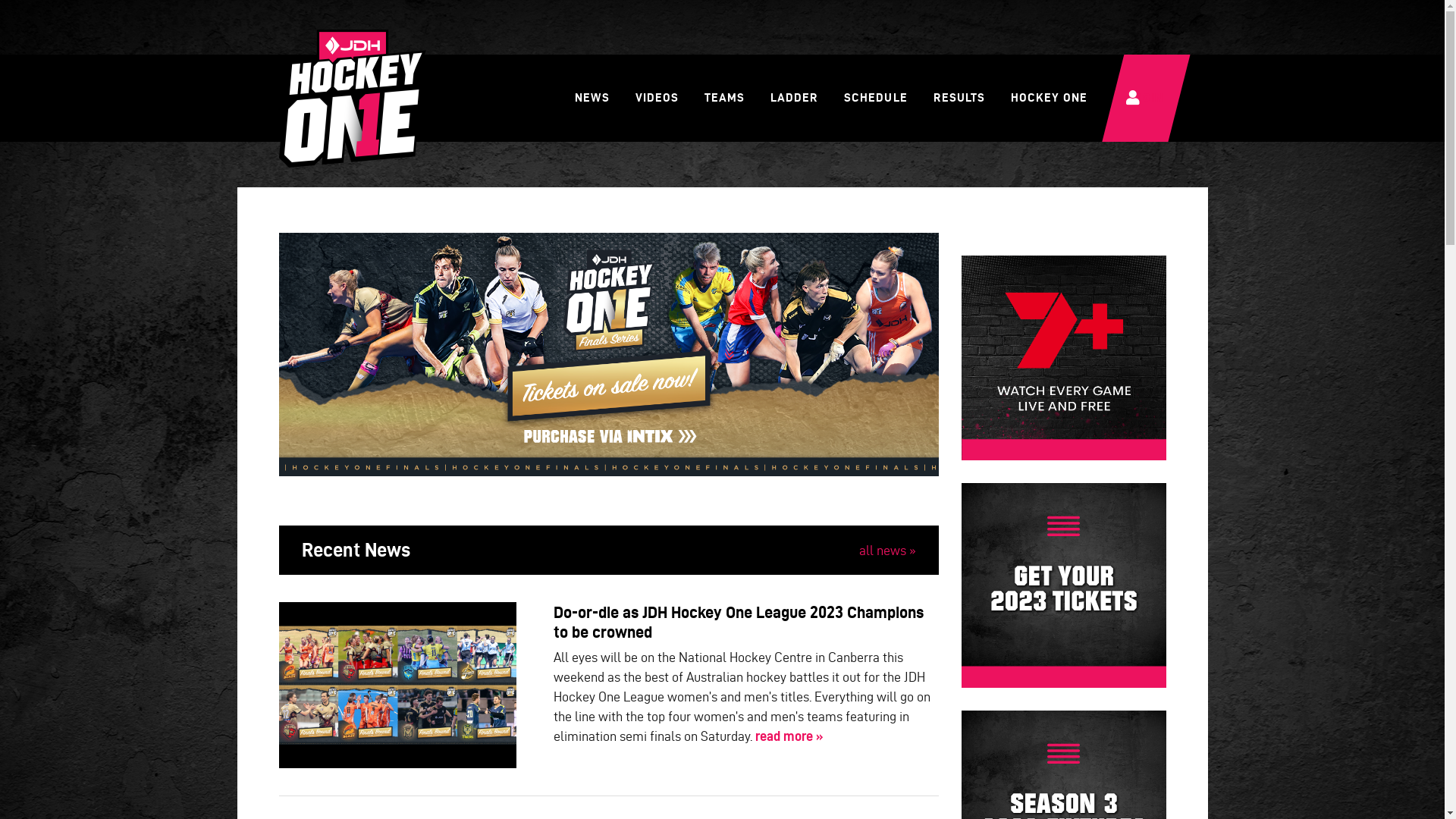 Image resolution: width=1456 pixels, height=819 pixels. I want to click on 'LADDER', so click(793, 98).